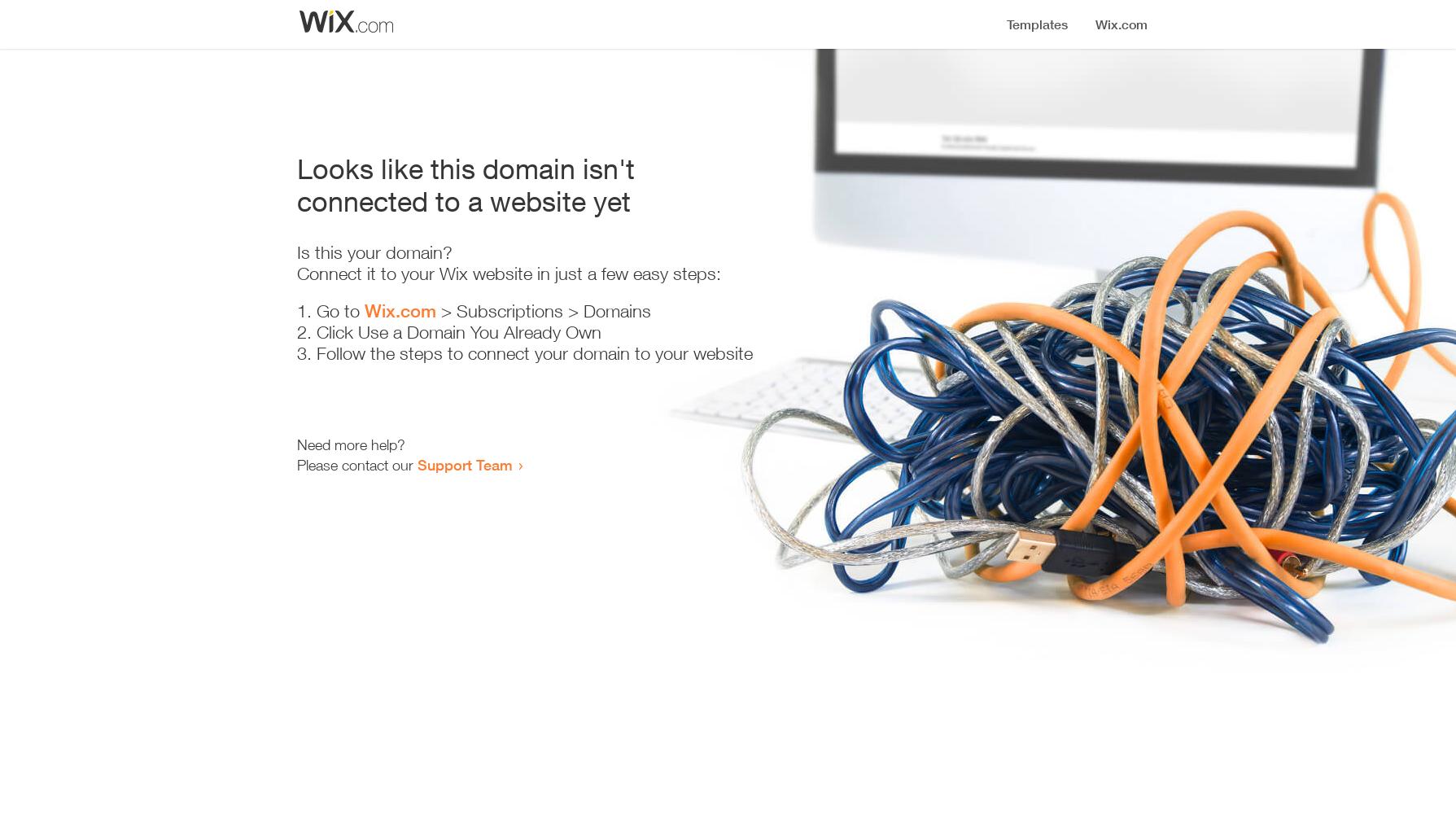 The width and height of the screenshot is (1456, 814). What do you see at coordinates (355, 464) in the screenshot?
I see `'Please contact our'` at bounding box center [355, 464].